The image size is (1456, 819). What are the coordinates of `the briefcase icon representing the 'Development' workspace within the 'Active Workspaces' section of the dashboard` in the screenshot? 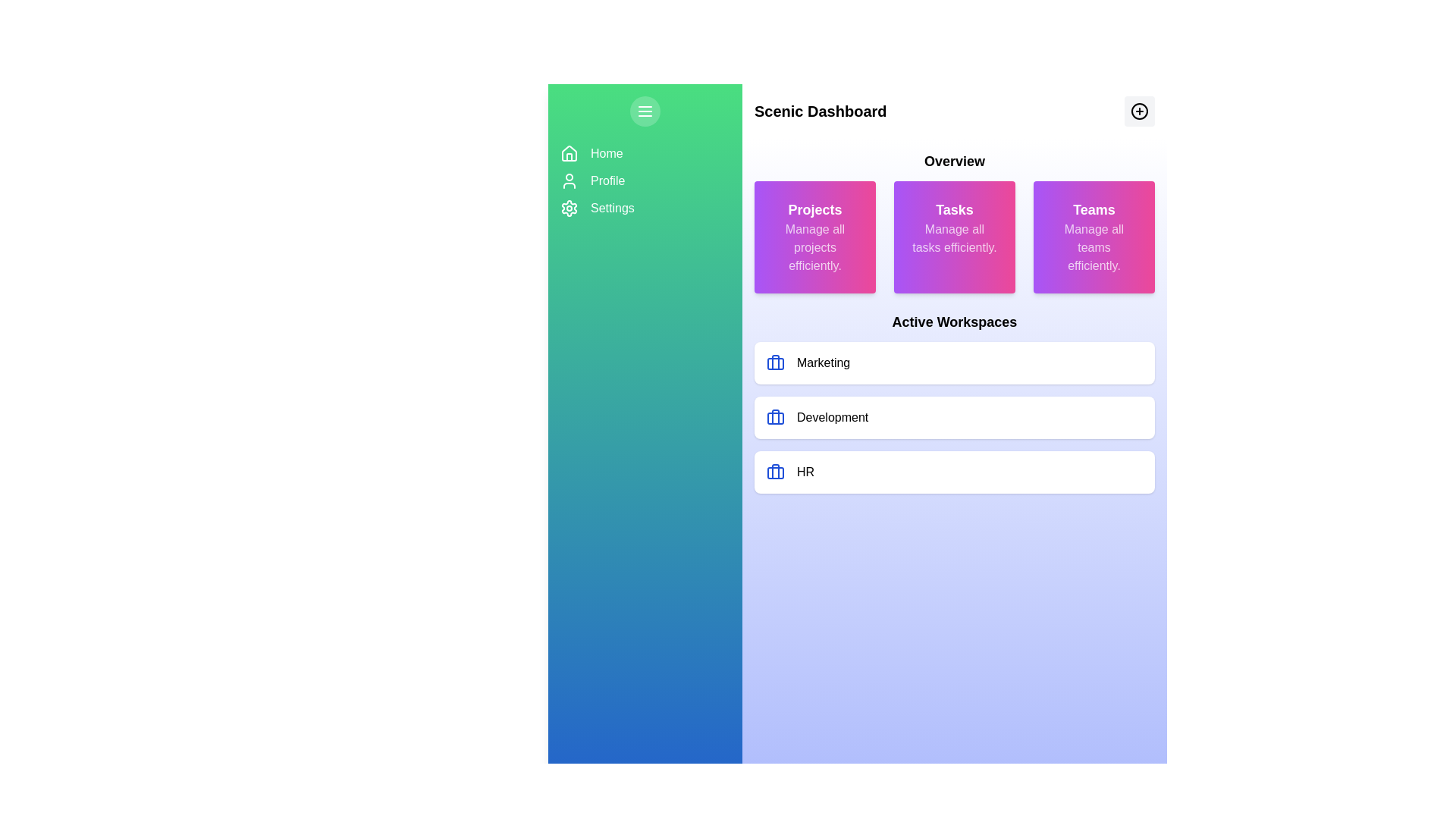 It's located at (775, 418).